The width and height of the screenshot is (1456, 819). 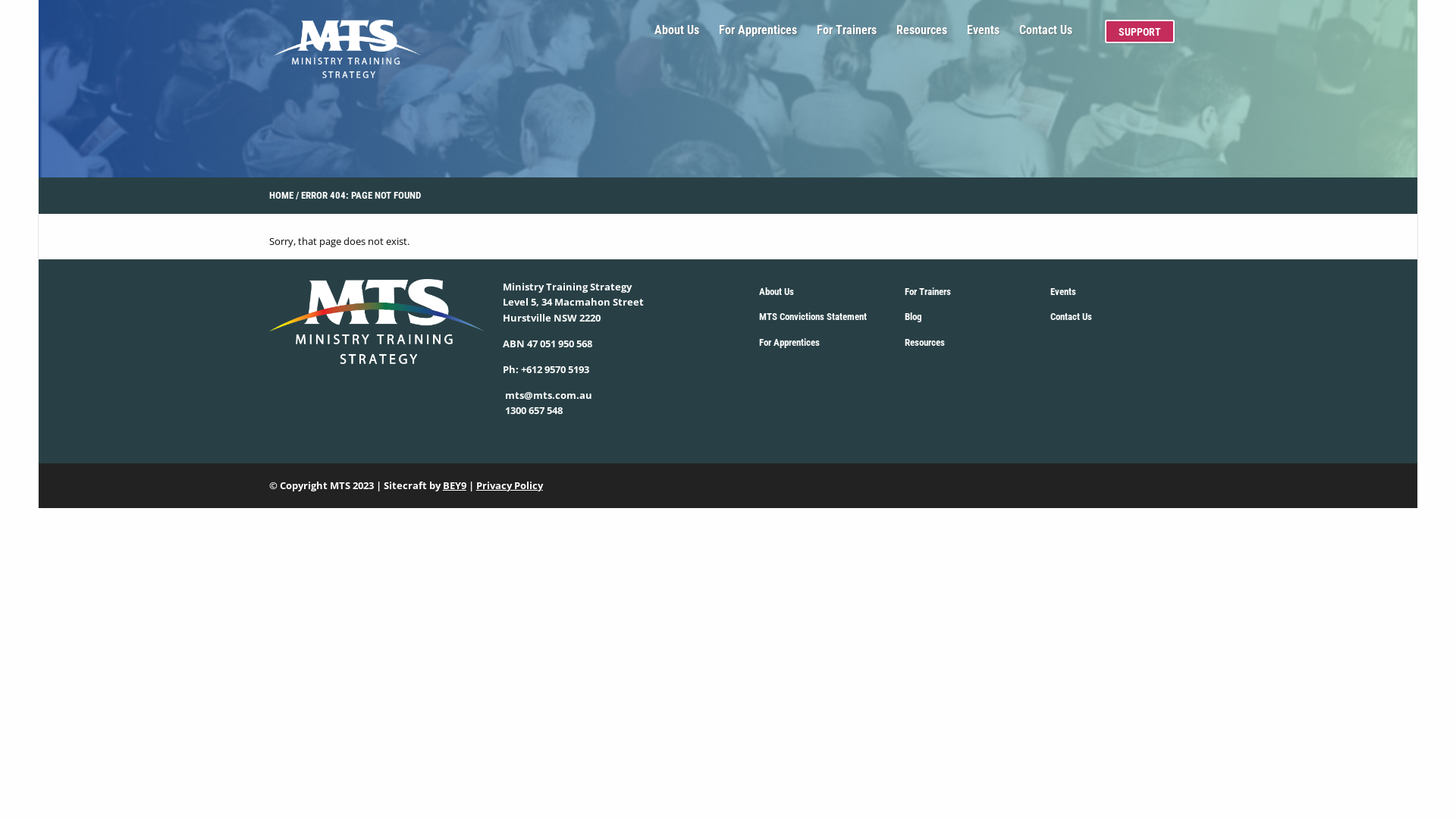 I want to click on 'For Trainers', so click(x=927, y=292).